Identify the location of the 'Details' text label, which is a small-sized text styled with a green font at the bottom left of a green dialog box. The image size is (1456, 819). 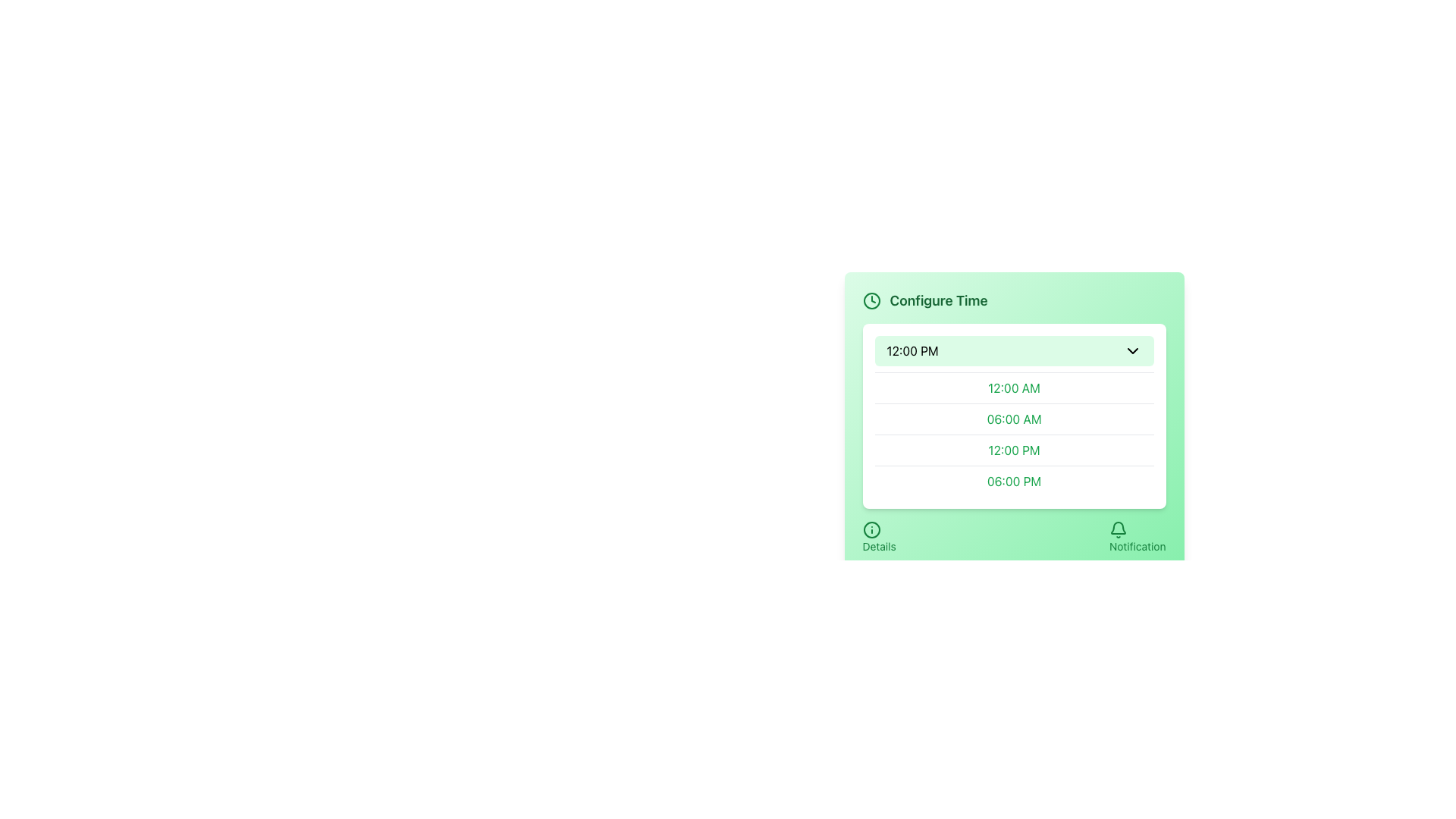
(879, 547).